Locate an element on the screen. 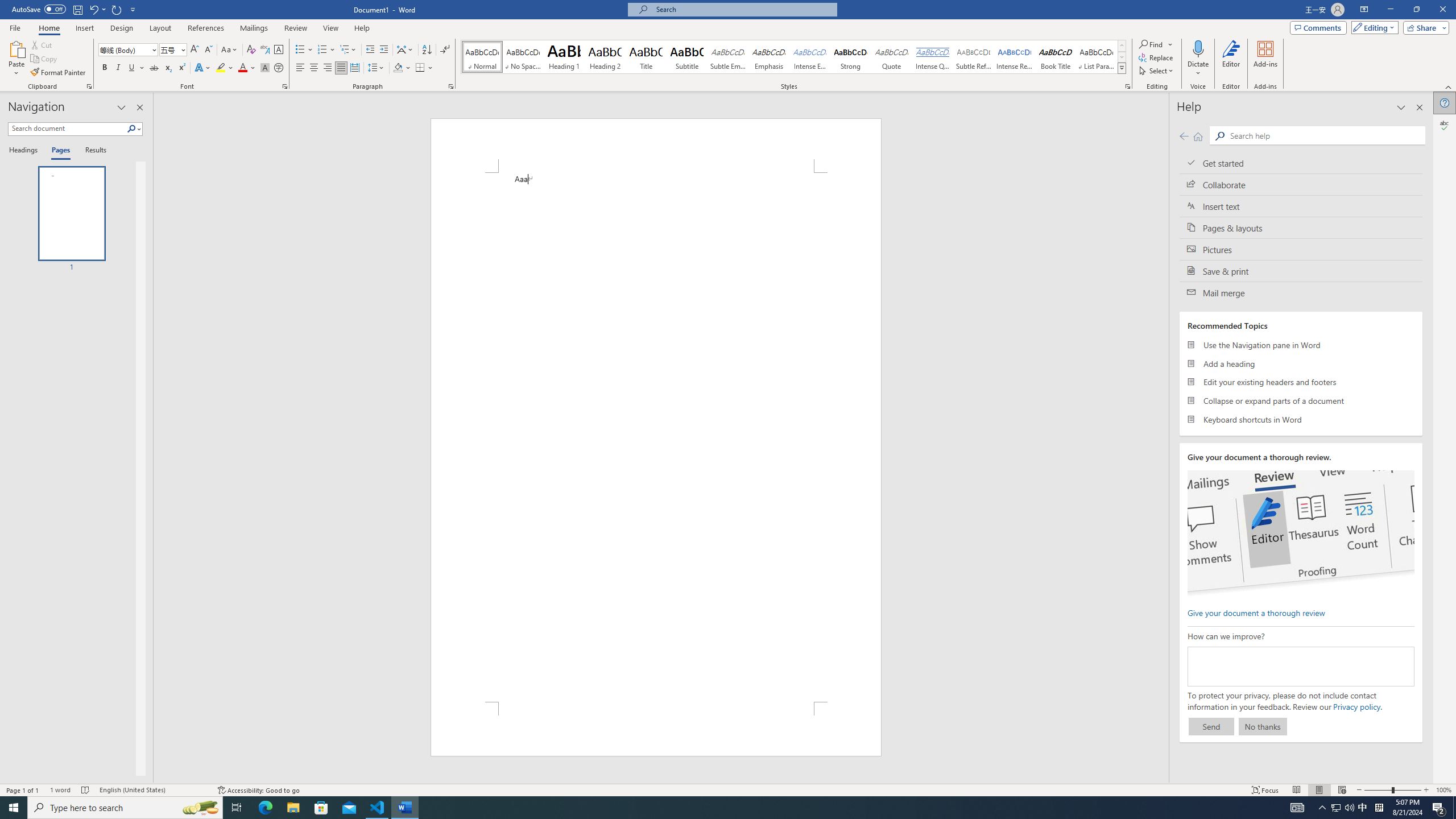 This screenshot has height=819, width=1456. 'Justify' is located at coordinates (341, 67).